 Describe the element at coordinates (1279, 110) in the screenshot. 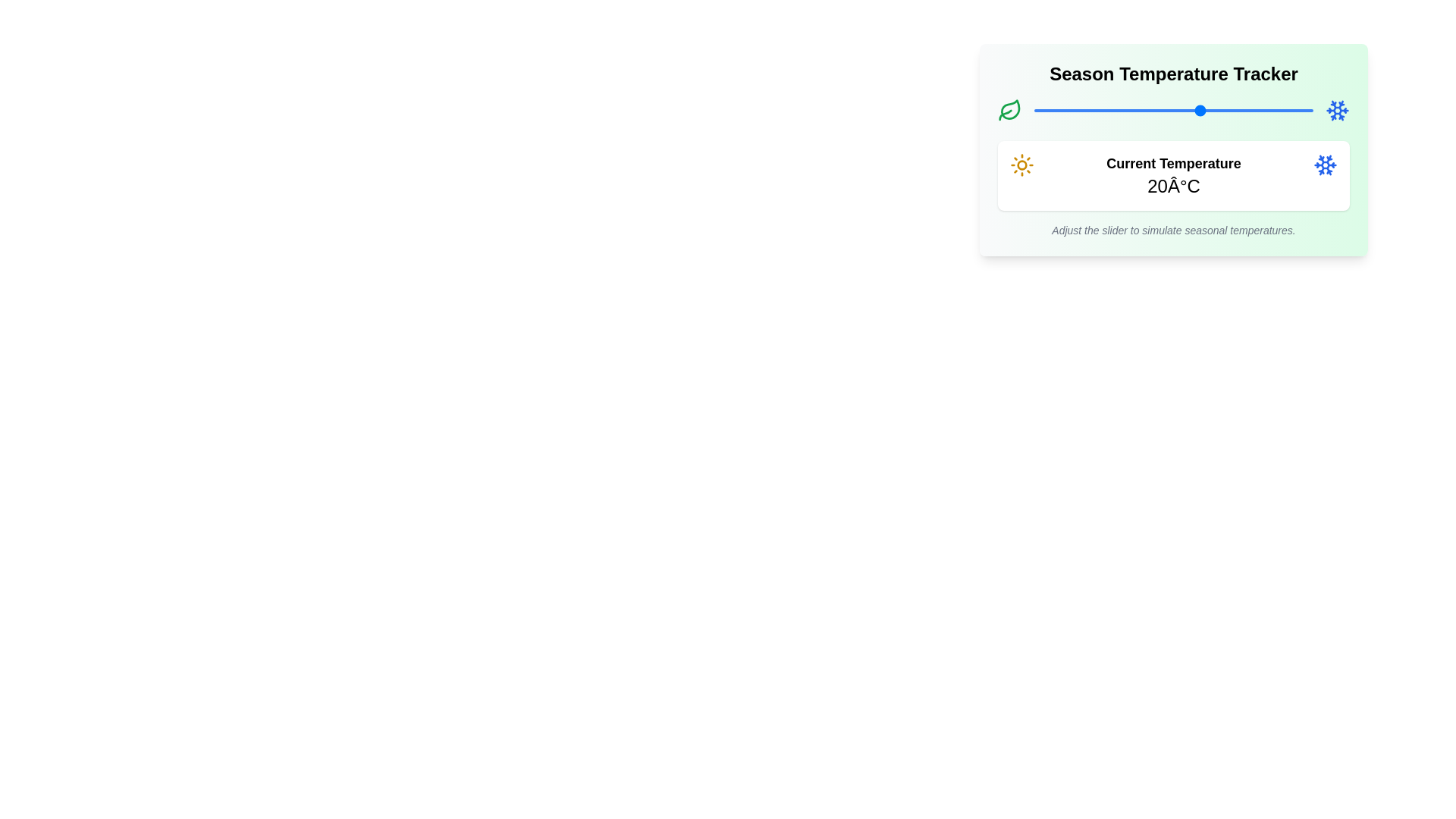

I see `the slider to set the temperature to 34°C` at that location.